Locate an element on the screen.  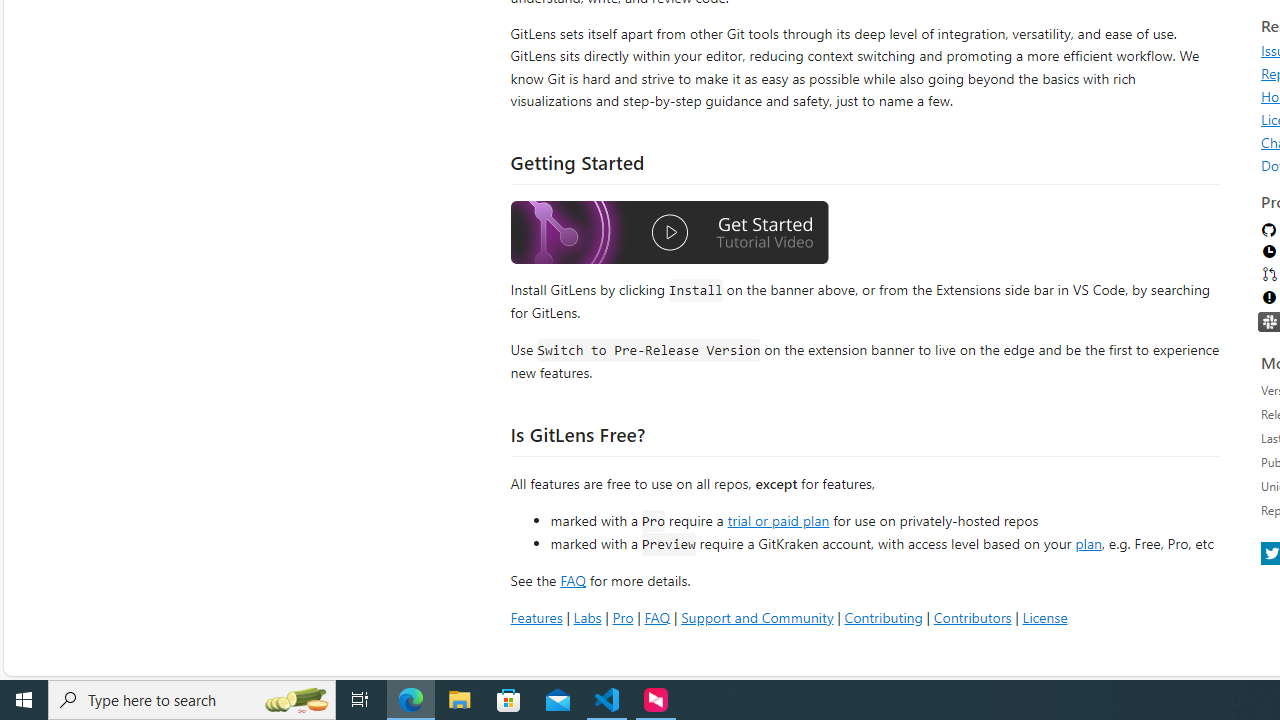
'Contributors' is located at coordinates (972, 616).